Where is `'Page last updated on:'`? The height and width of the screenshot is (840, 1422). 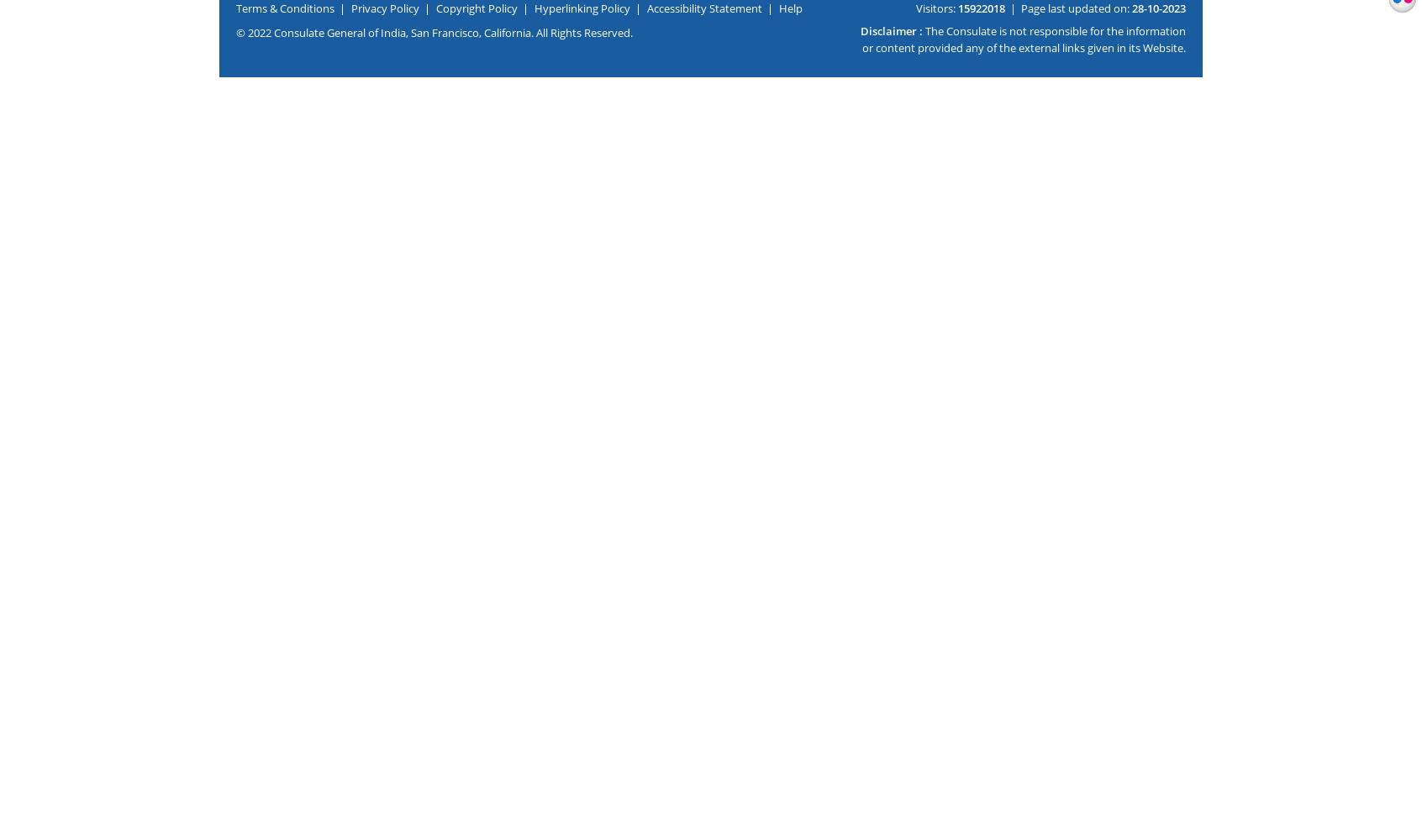 'Page last updated on:' is located at coordinates (1076, 8).